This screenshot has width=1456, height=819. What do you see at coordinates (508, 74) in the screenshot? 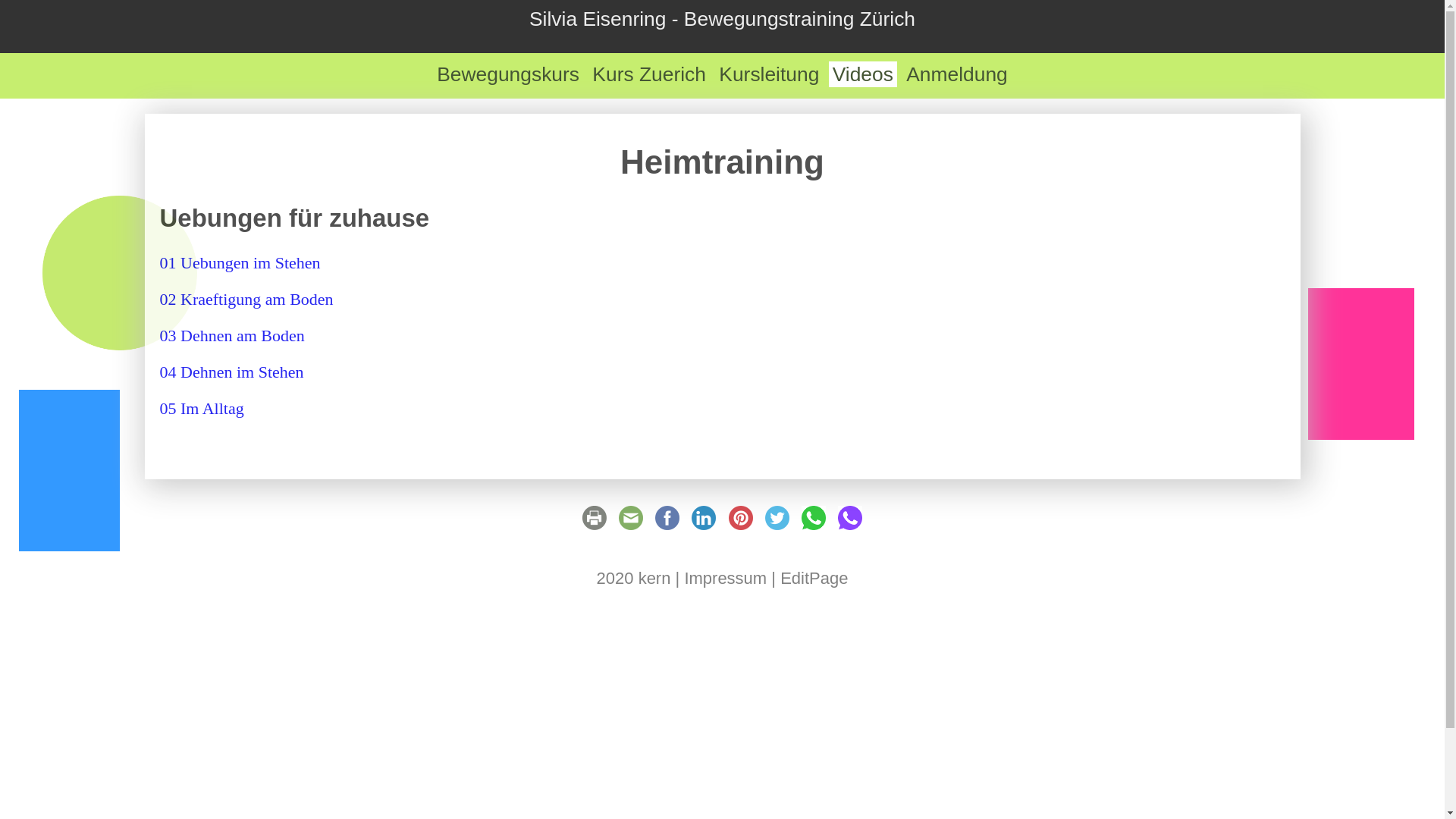
I see `'Bewegungskurs'` at bounding box center [508, 74].